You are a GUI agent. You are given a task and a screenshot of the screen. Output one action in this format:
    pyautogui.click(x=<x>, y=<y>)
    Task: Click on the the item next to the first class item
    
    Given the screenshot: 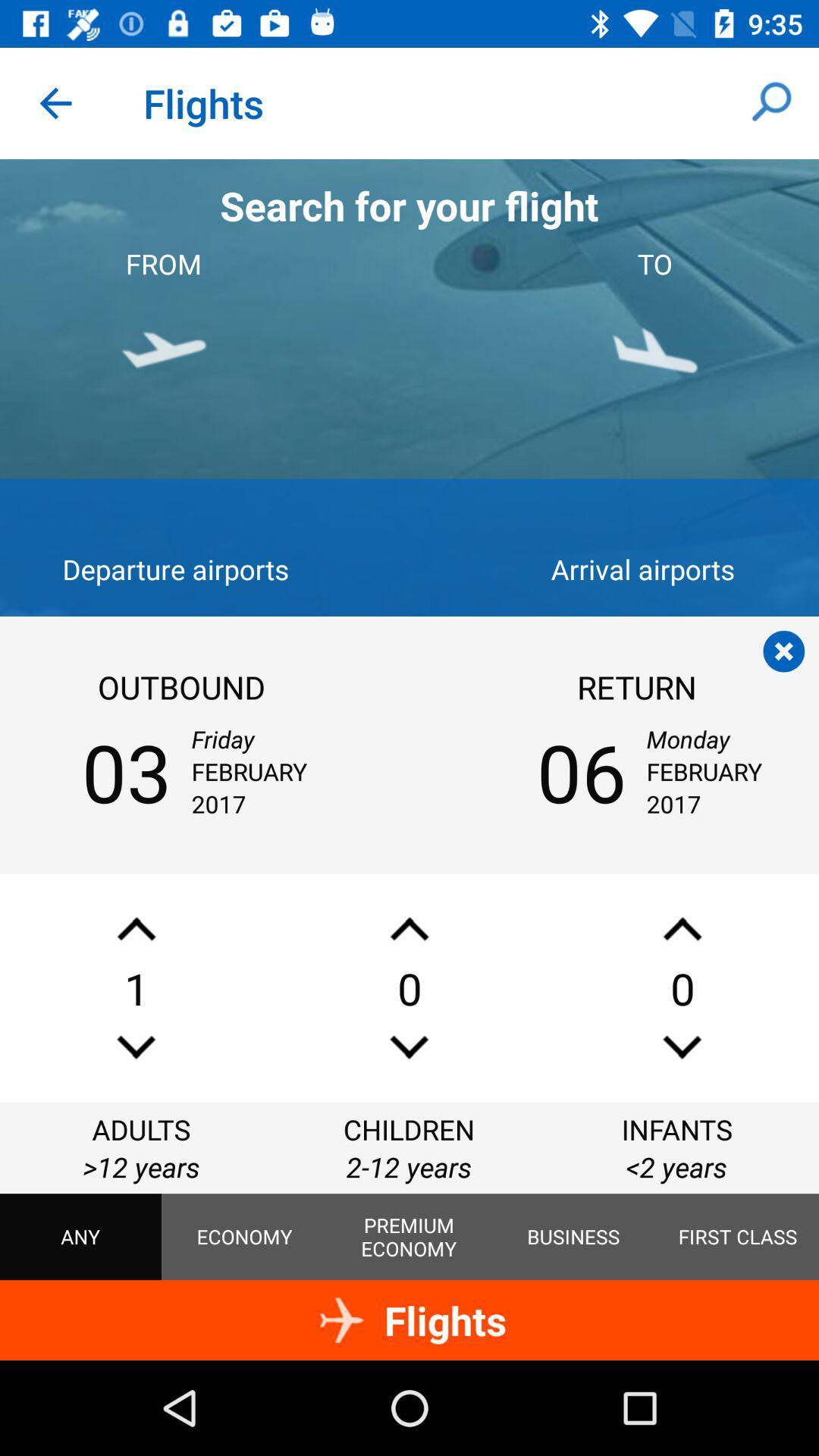 What is the action you would take?
    pyautogui.click(x=573, y=1237)
    